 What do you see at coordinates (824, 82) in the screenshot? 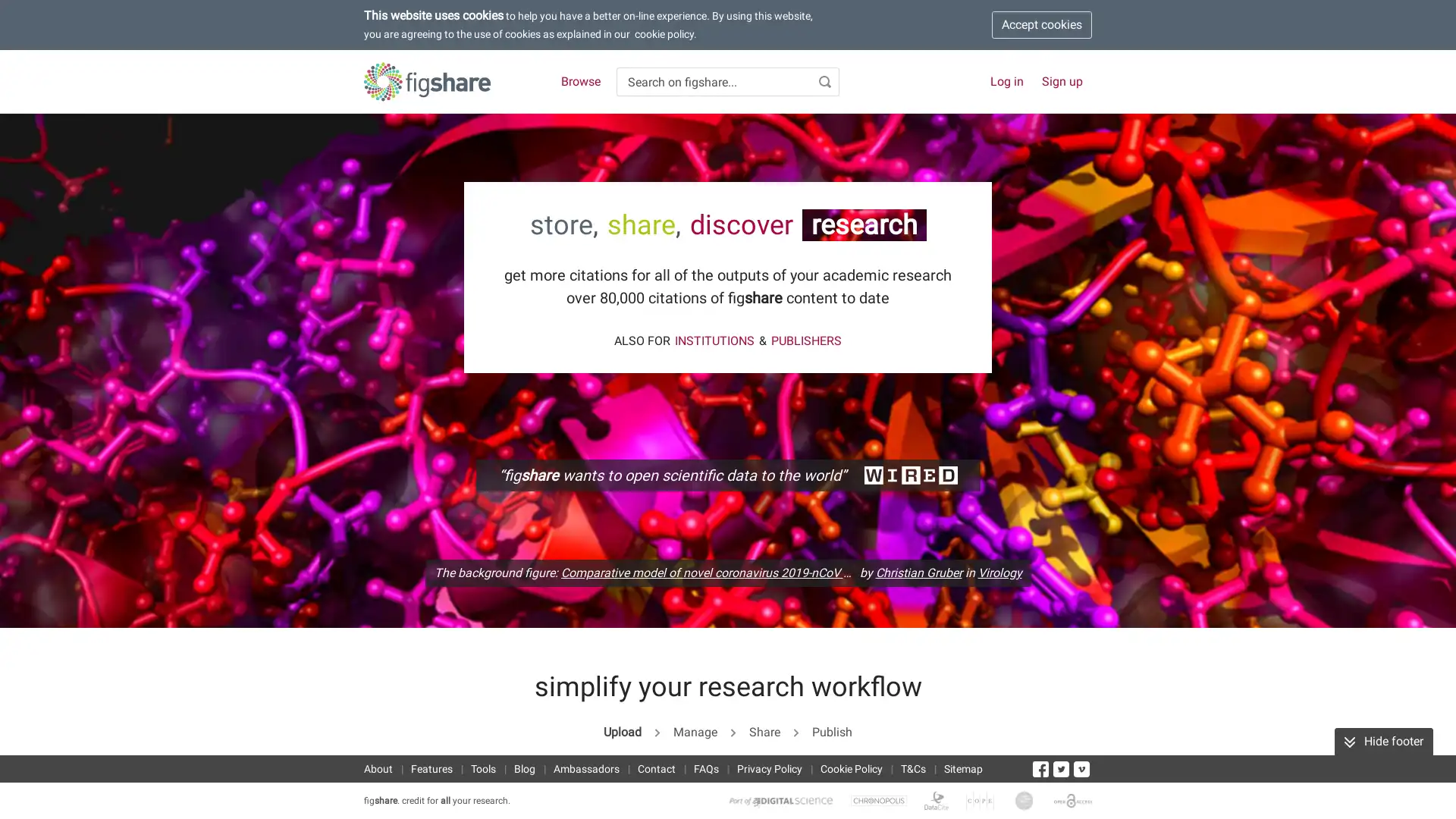
I see `Search` at bounding box center [824, 82].